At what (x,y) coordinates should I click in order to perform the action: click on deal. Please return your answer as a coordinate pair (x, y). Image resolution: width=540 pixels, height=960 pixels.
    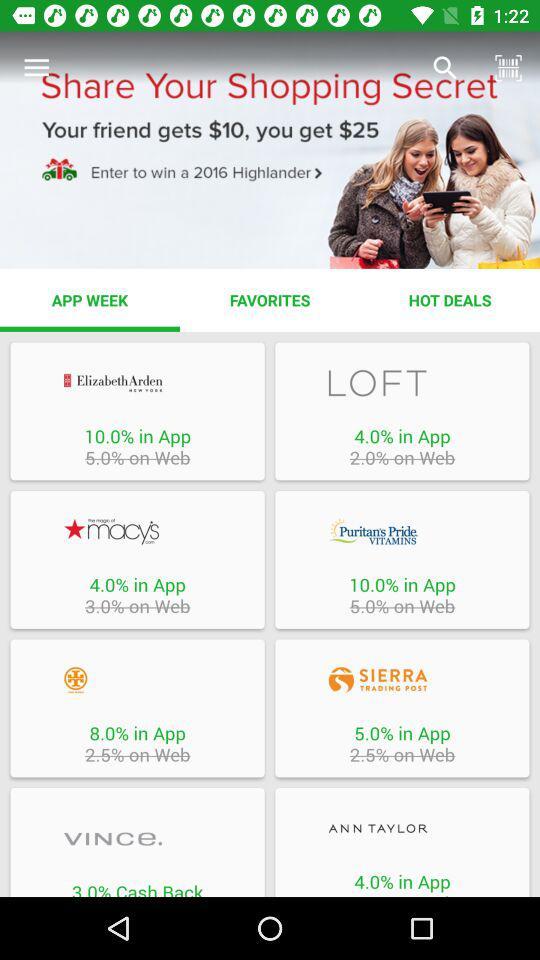
    Looking at the image, I should click on (402, 680).